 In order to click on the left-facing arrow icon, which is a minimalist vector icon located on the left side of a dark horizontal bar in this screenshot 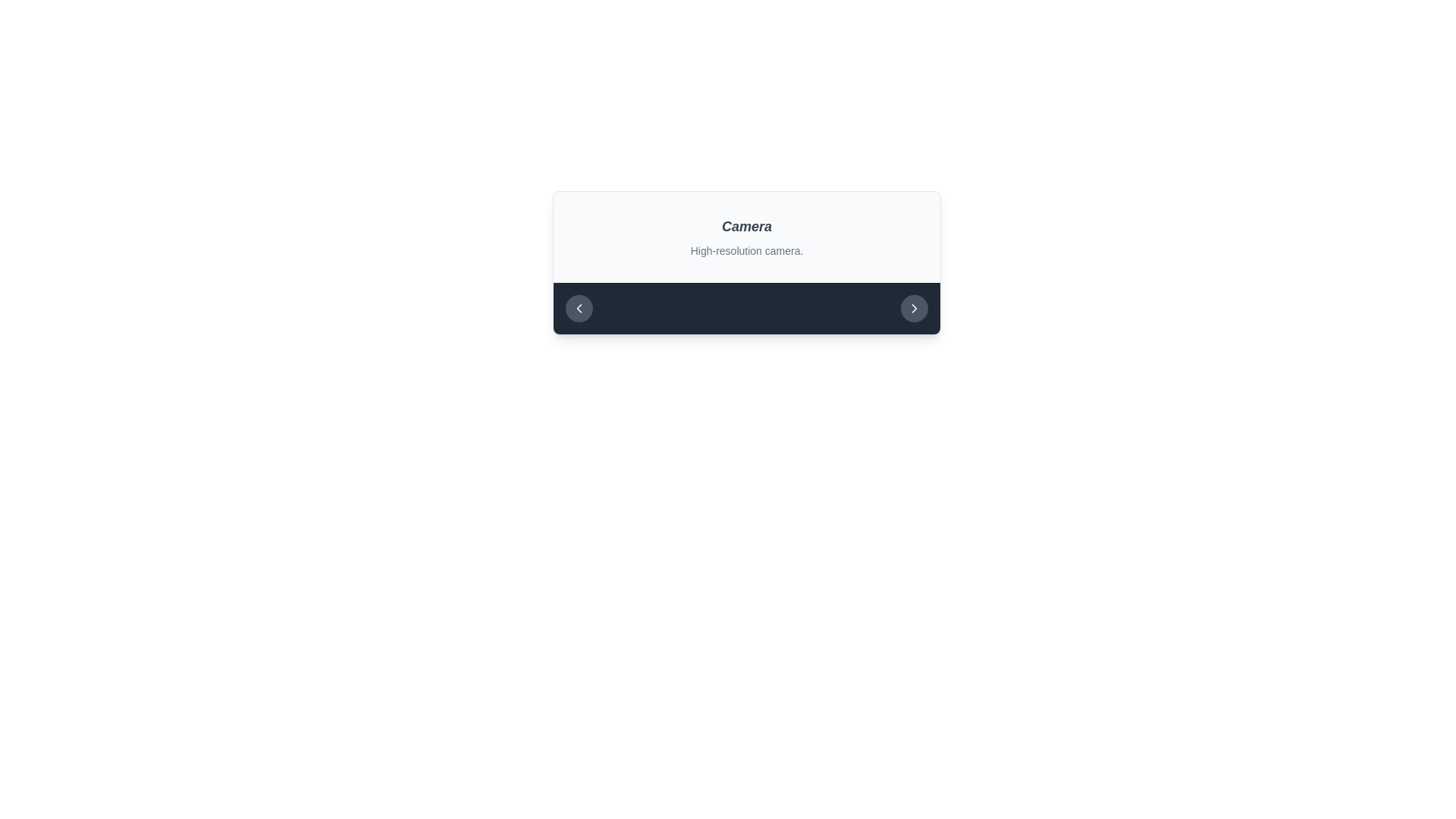, I will do `click(578, 308)`.